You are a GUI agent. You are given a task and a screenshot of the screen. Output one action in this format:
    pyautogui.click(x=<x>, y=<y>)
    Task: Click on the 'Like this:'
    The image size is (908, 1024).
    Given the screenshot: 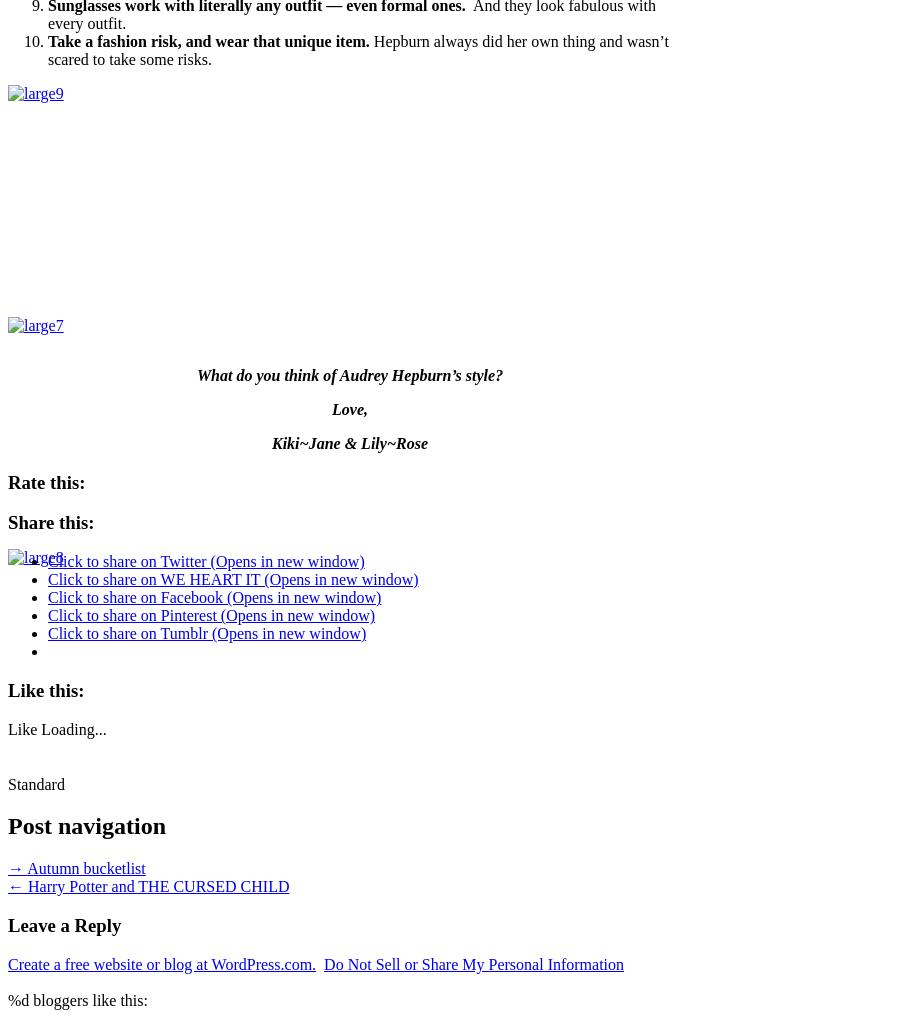 What is the action you would take?
    pyautogui.click(x=6, y=689)
    